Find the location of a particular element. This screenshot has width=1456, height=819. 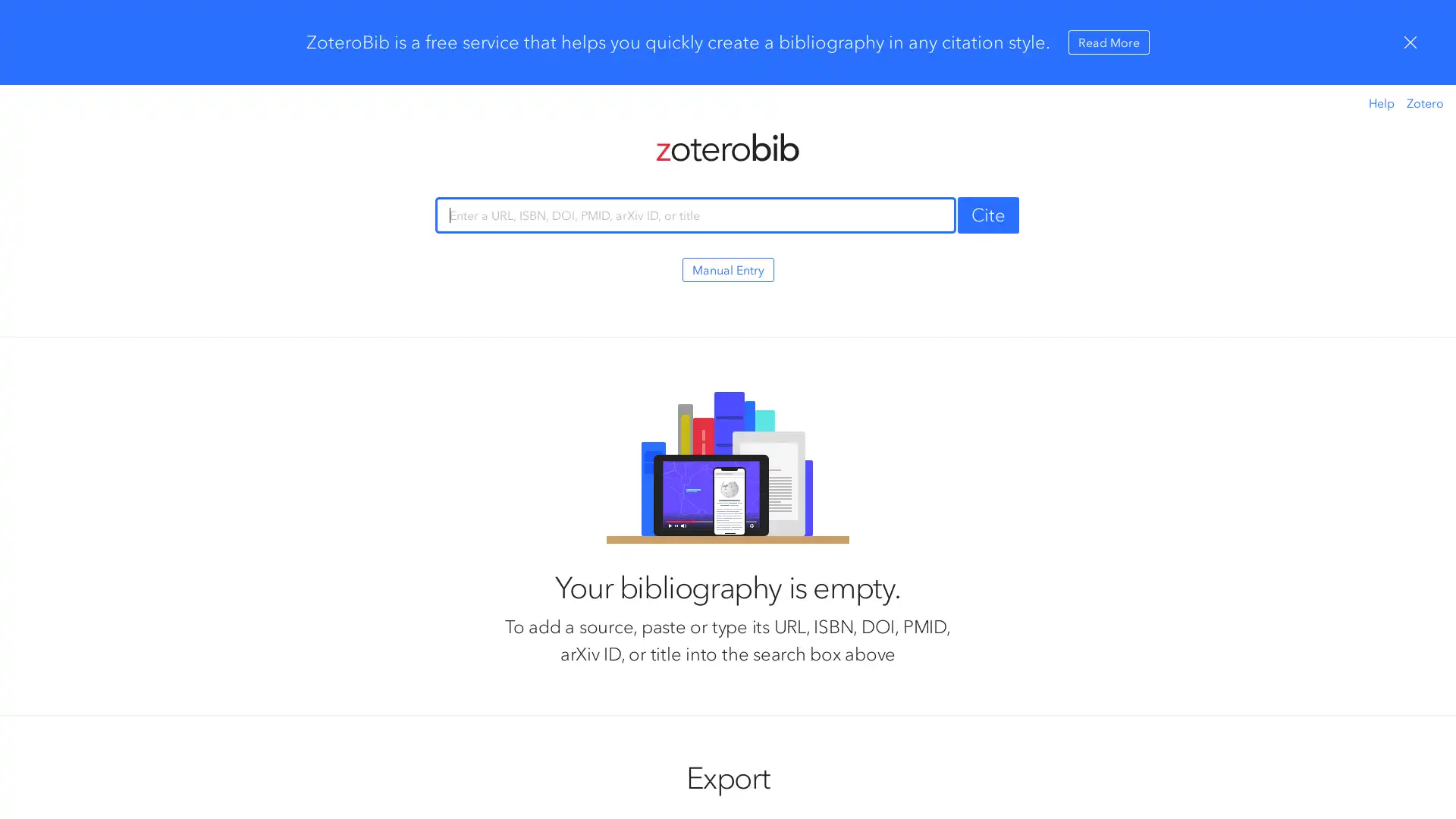

Manual Entry is located at coordinates (726, 268).